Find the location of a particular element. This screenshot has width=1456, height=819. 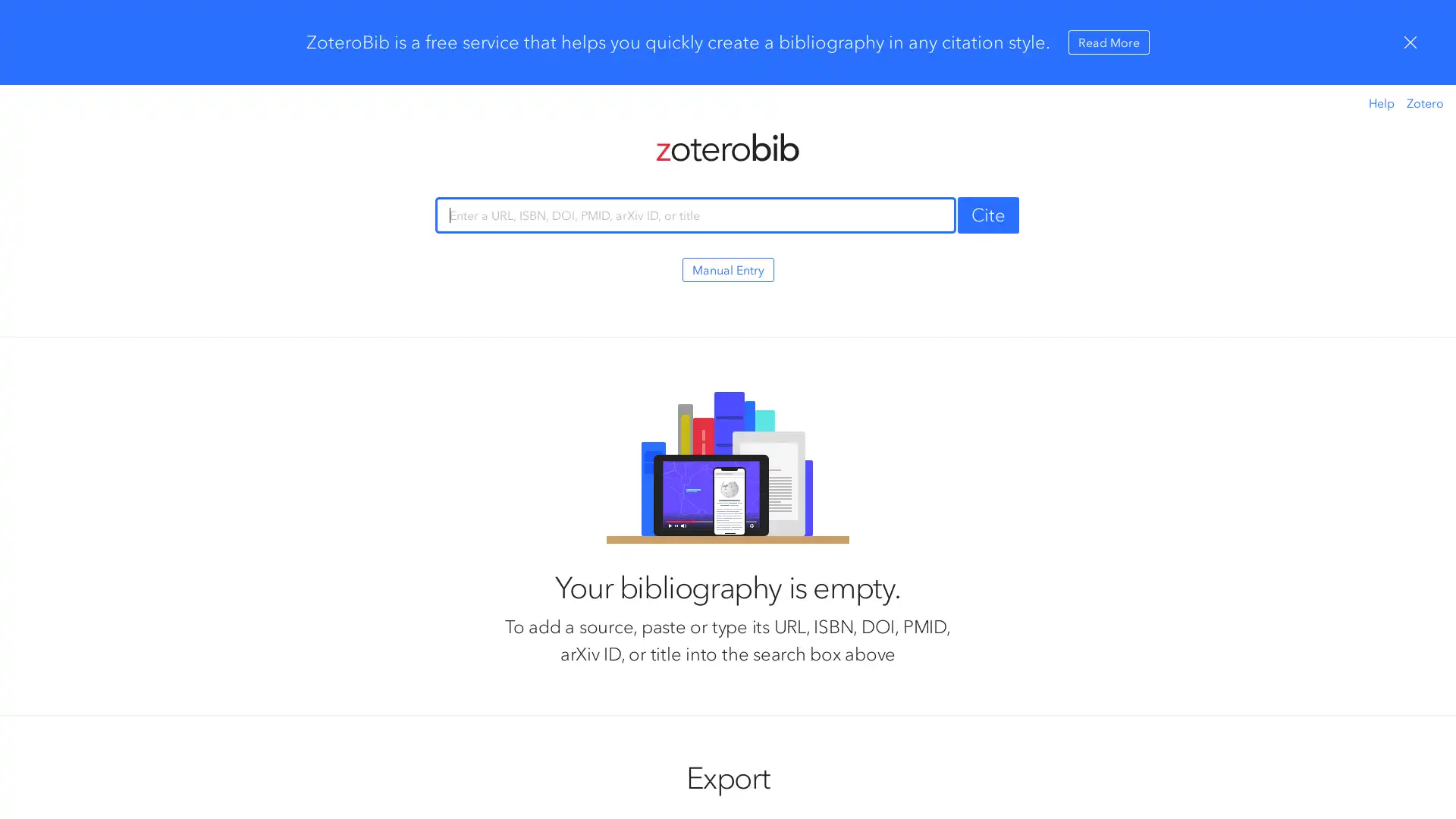

Manual Entry is located at coordinates (726, 268).